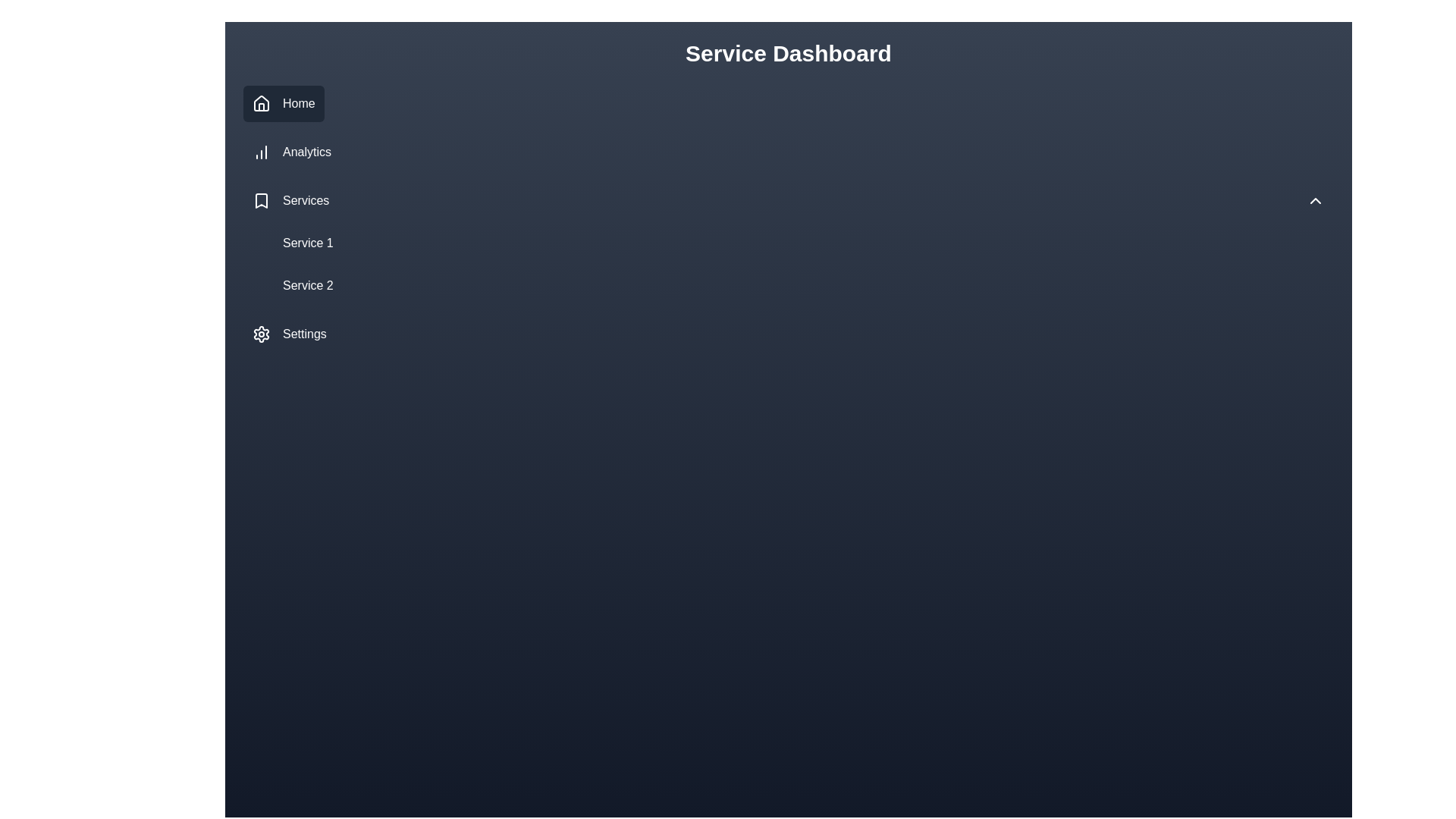 The height and width of the screenshot is (819, 1456). I want to click on the settings icon located on the left-side navigation bar, adjacent to the 'Settings' text, so click(262, 333).